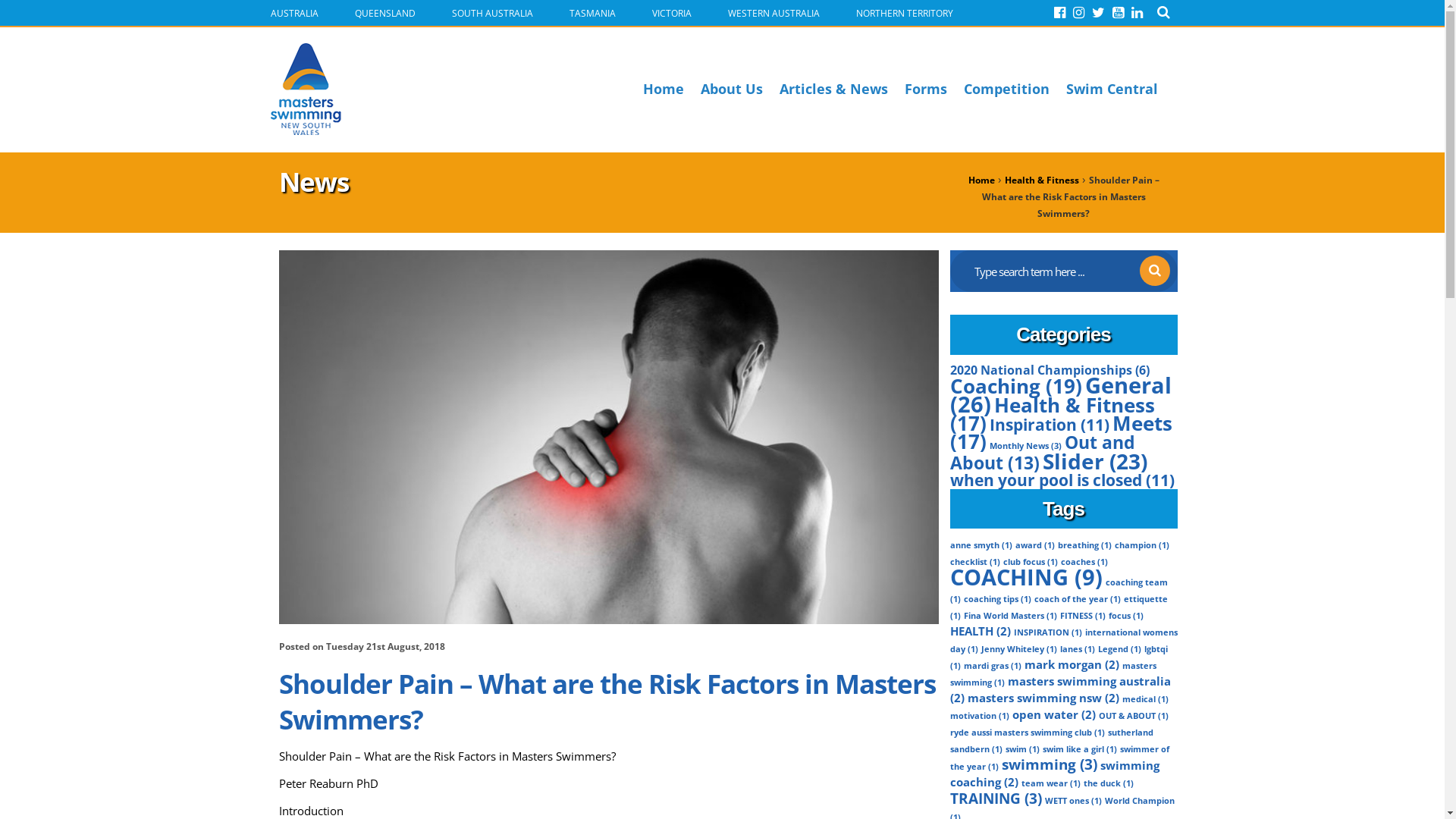 The height and width of the screenshot is (819, 1456). I want to click on 'Competition', so click(1006, 88).